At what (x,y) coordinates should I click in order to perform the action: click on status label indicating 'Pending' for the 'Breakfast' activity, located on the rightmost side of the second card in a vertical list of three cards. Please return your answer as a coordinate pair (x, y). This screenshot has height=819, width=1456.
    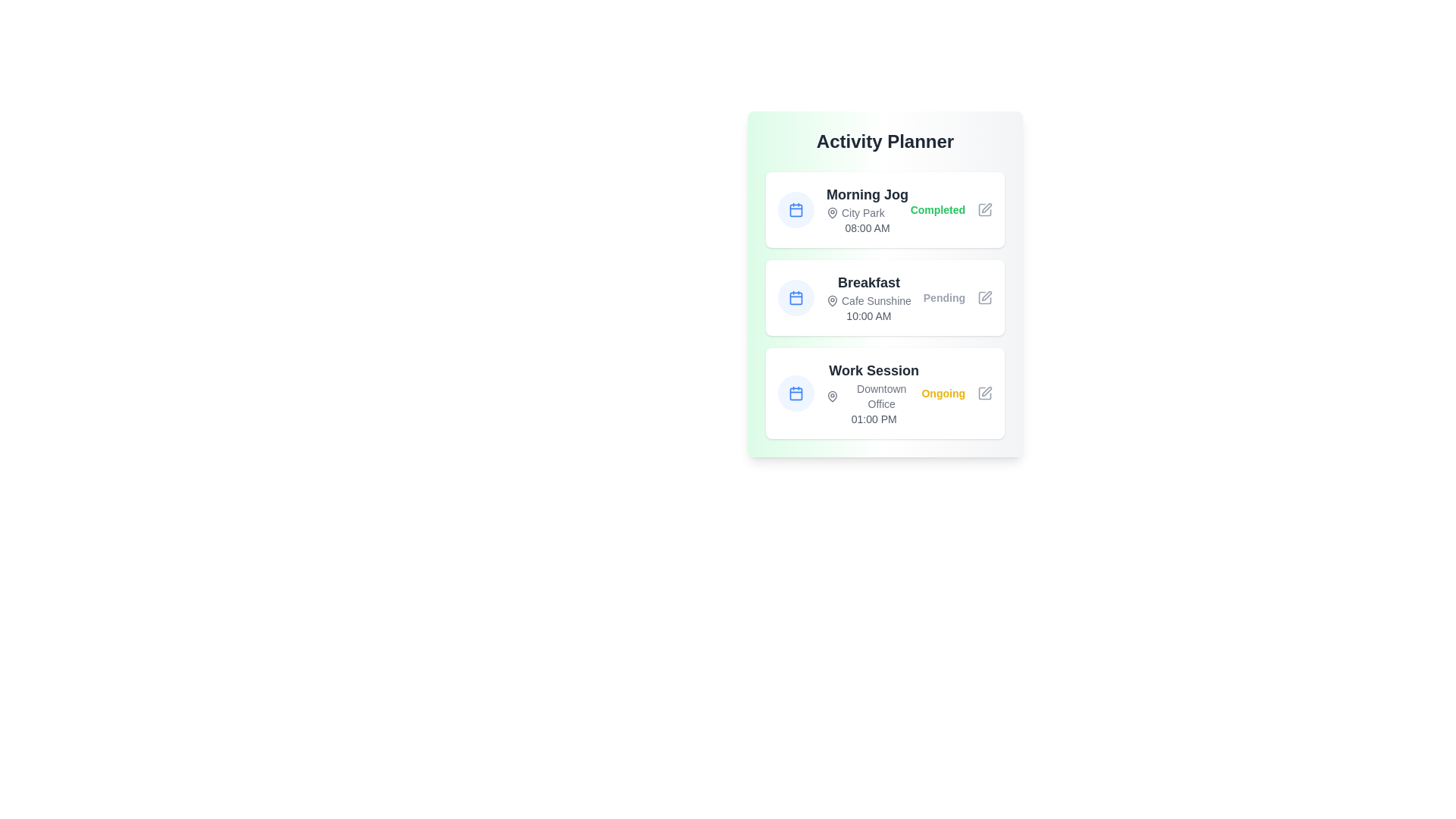
    Looking at the image, I should click on (957, 298).